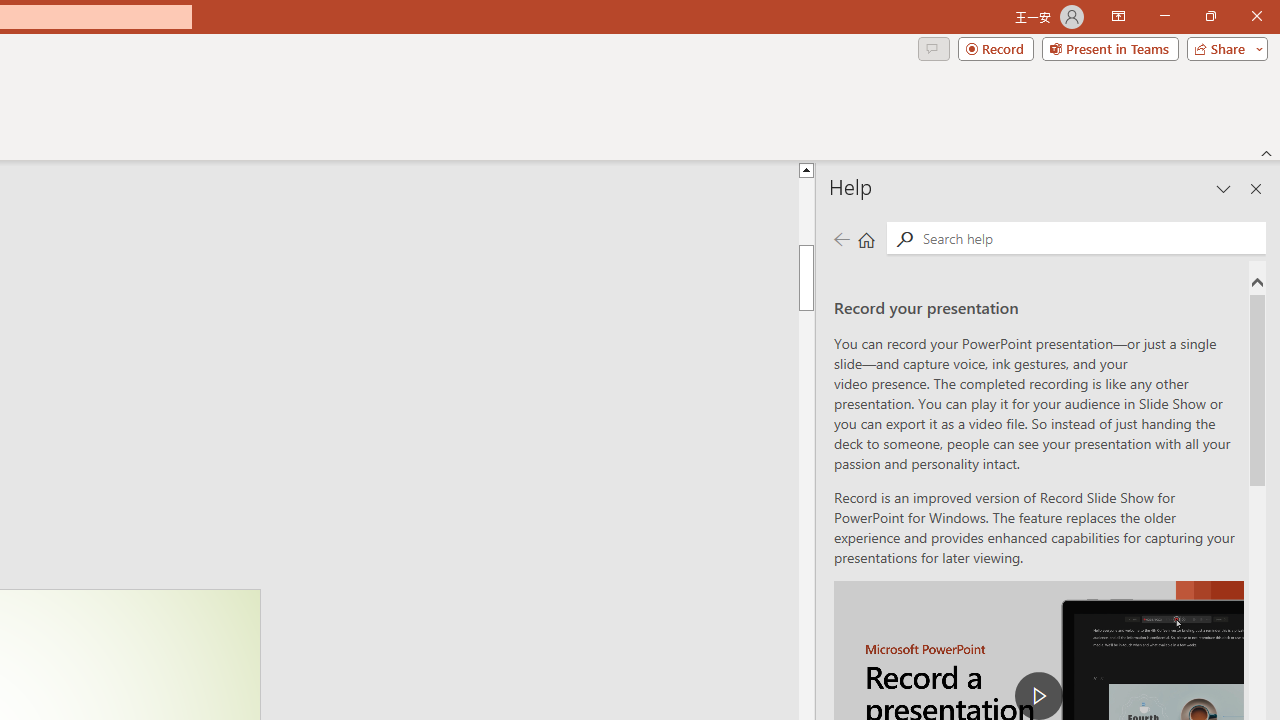 The height and width of the screenshot is (720, 1280). Describe the element at coordinates (1038, 694) in the screenshot. I see `'play Record a Presentation'` at that location.